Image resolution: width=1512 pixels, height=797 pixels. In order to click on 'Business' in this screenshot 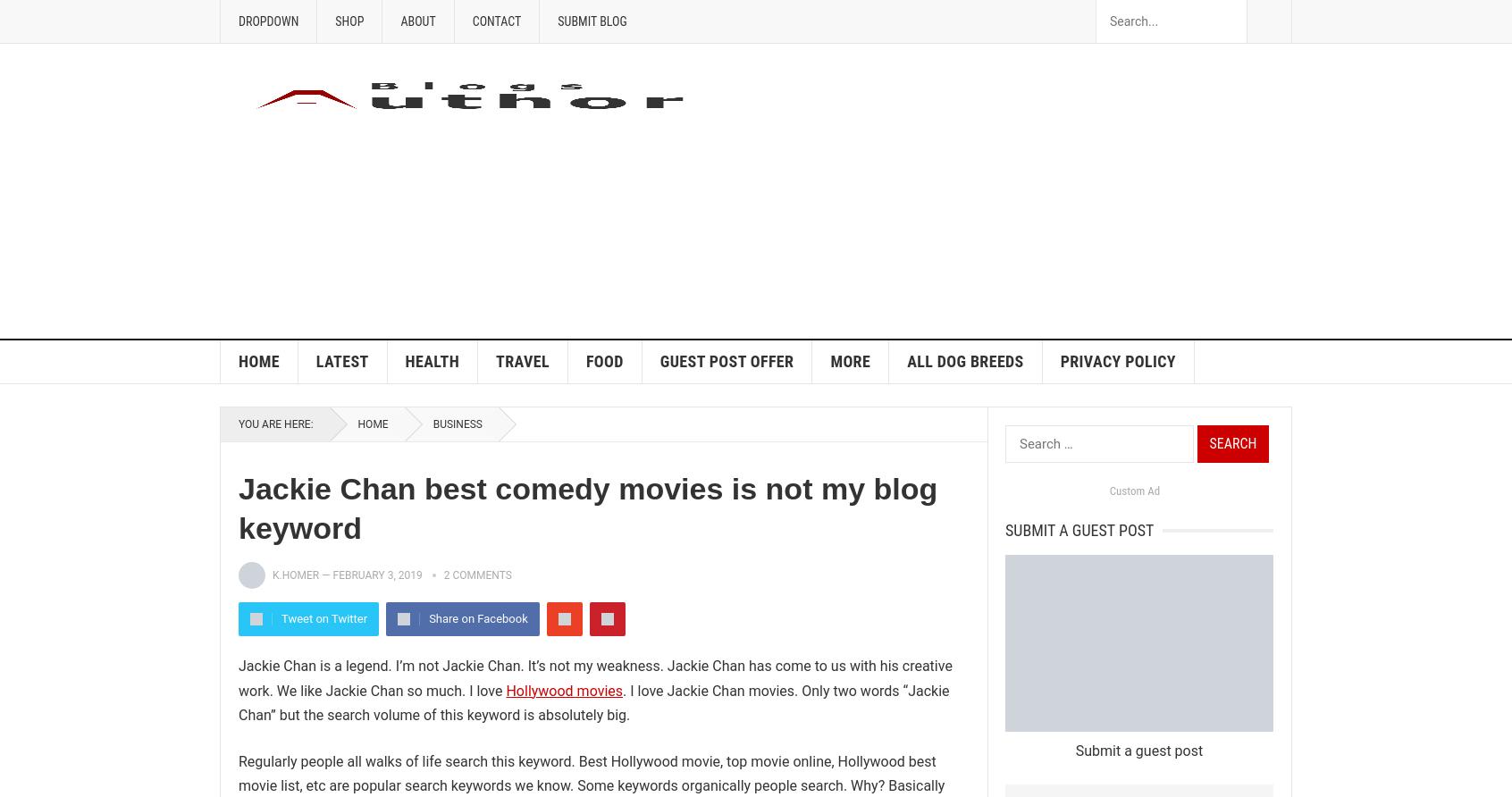, I will do `click(457, 424)`.